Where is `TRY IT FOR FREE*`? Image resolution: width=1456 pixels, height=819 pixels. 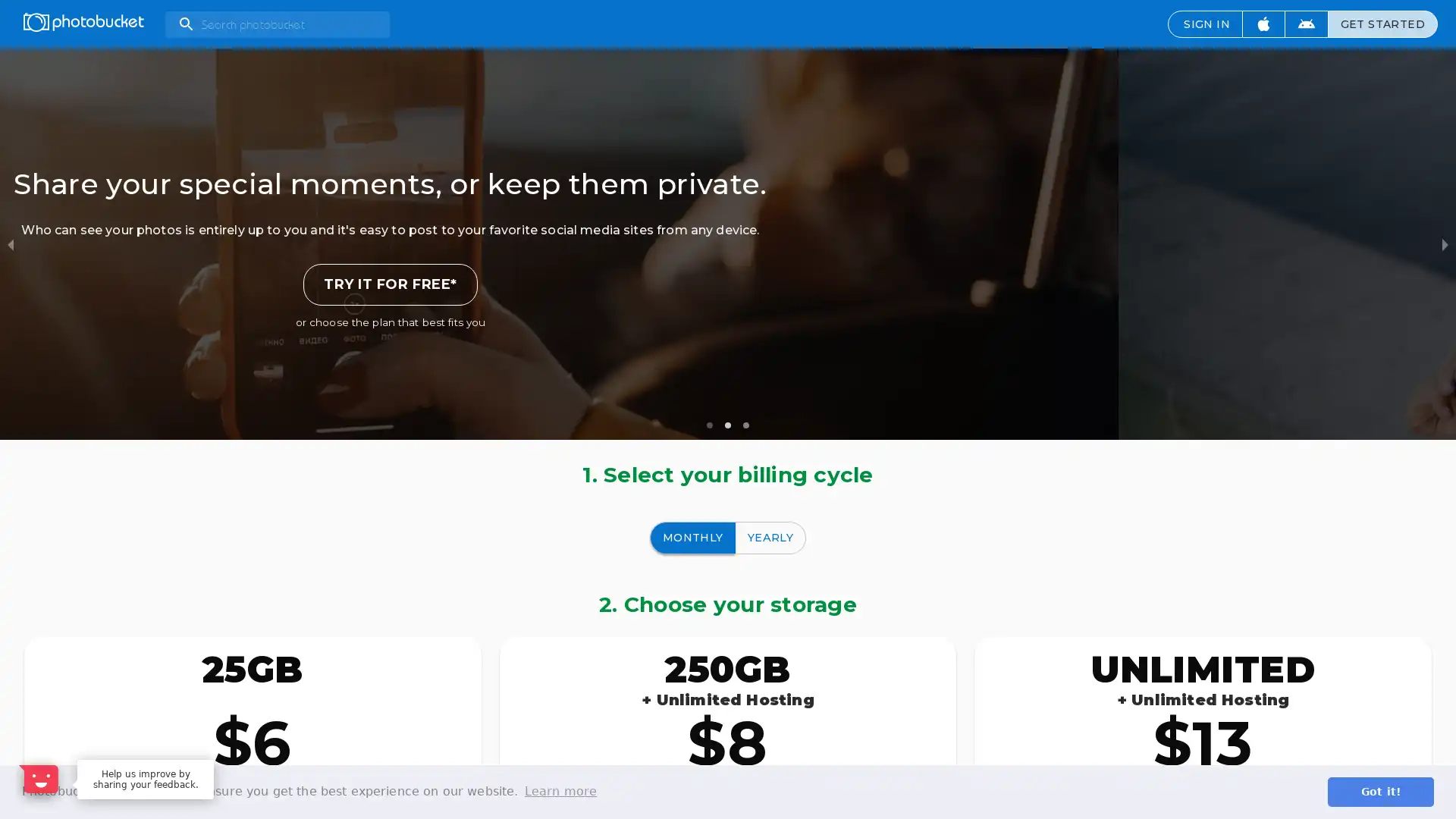
TRY IT FOR FREE* is located at coordinates (726, 284).